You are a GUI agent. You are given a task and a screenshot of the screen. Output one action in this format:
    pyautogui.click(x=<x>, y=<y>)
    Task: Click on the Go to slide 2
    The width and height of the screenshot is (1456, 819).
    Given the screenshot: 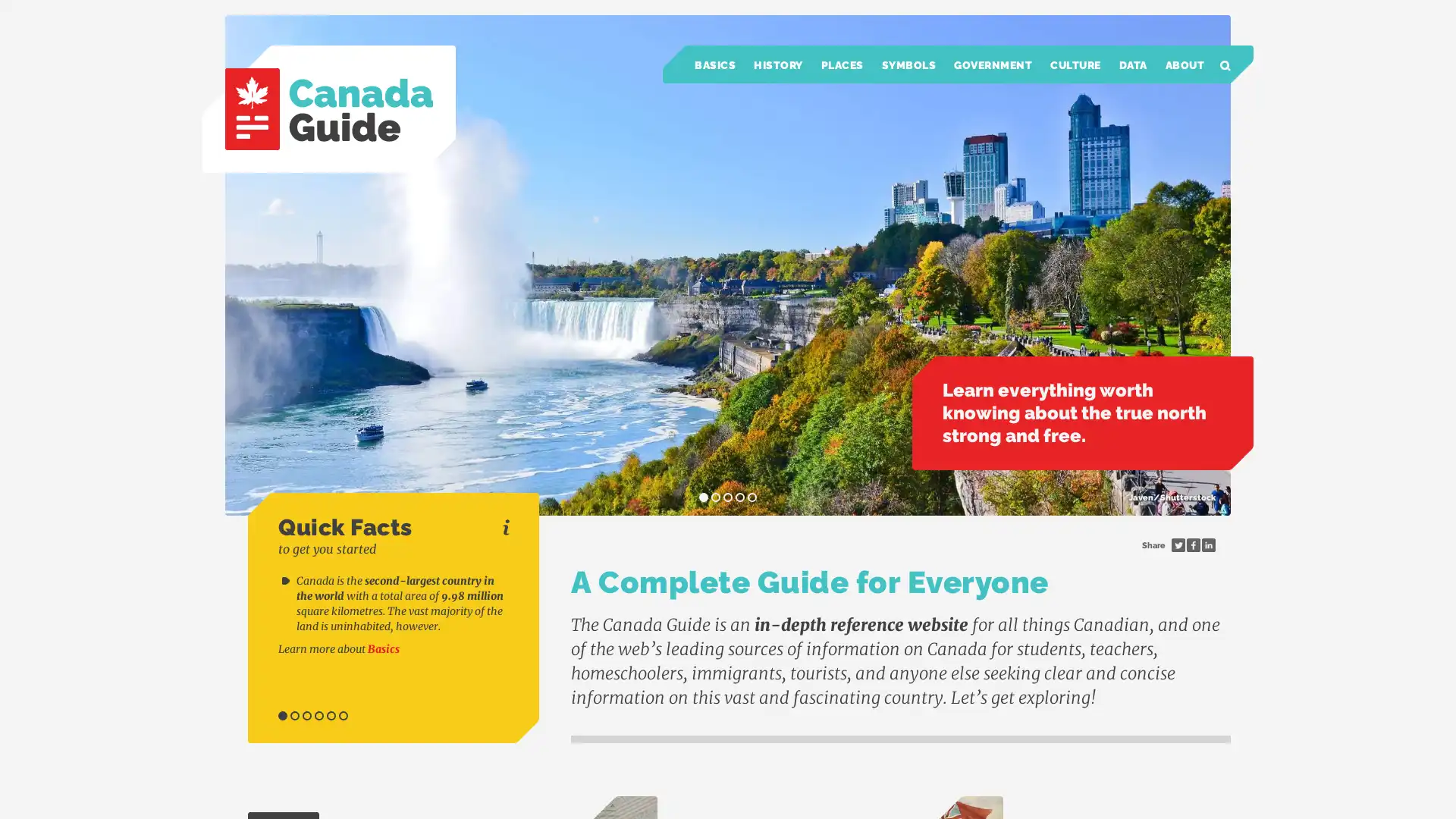 What is the action you would take?
    pyautogui.click(x=294, y=716)
    